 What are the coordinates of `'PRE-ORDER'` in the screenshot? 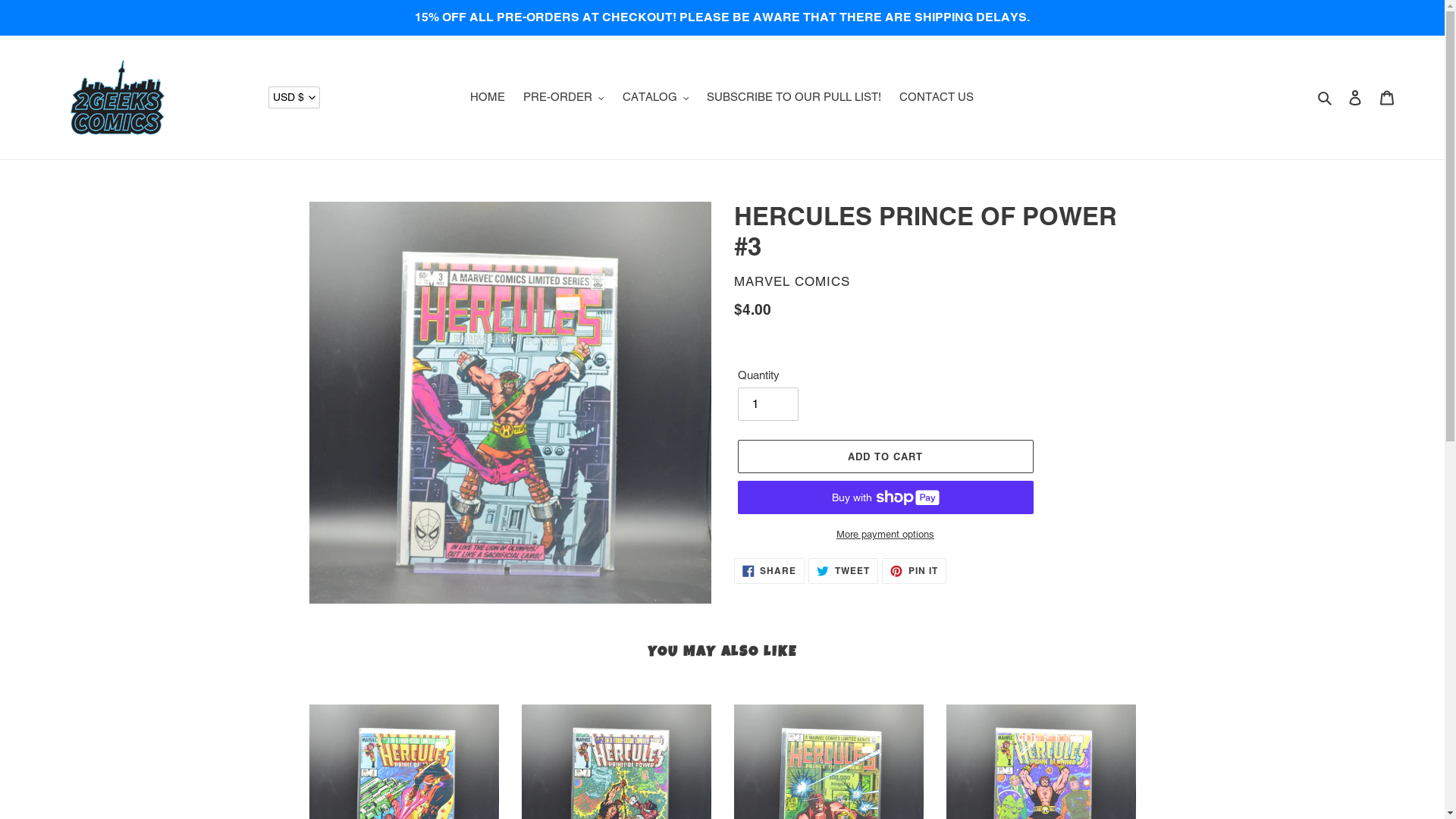 It's located at (516, 97).